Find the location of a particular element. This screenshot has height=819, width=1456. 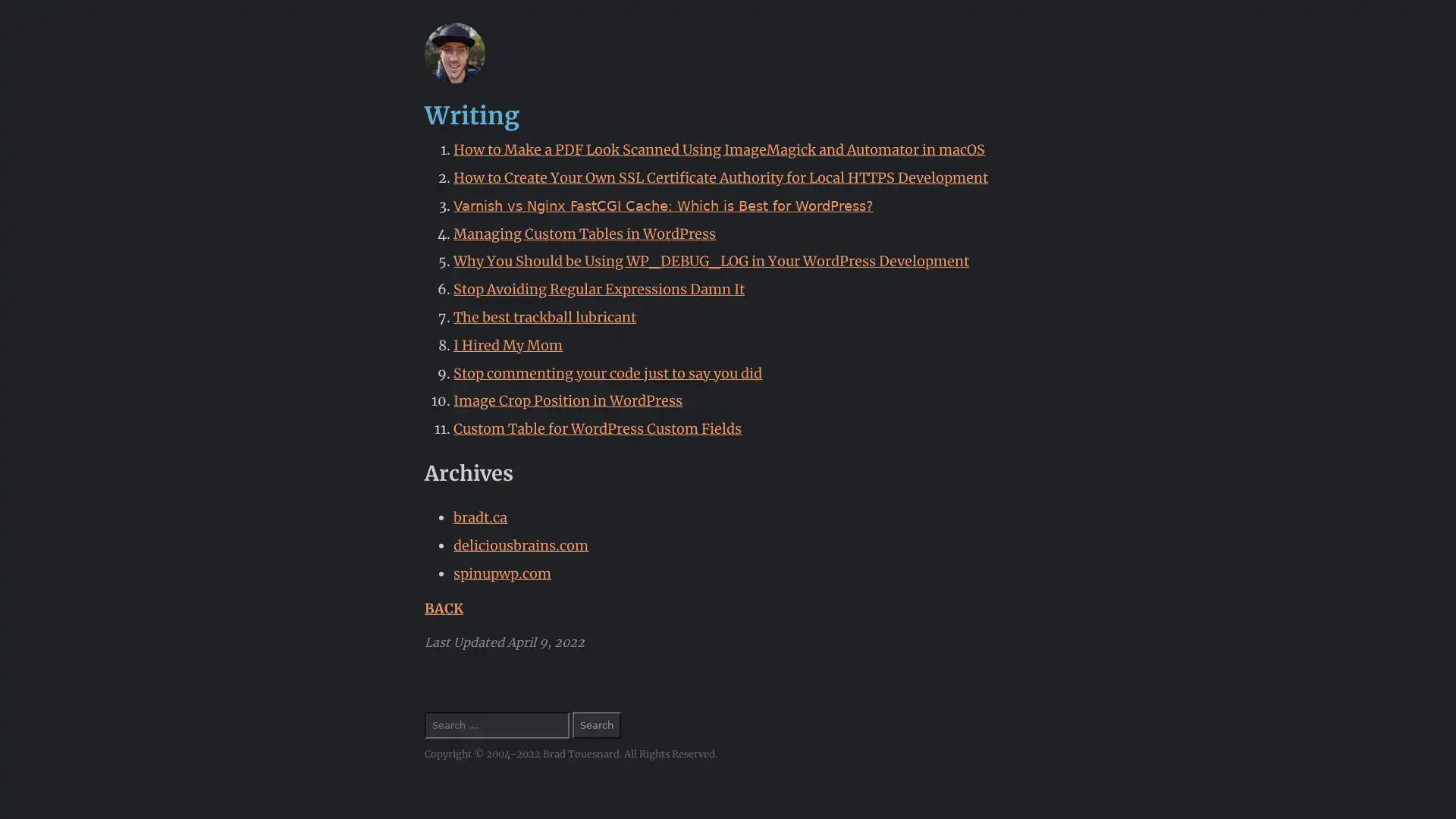

Search is located at coordinates (596, 723).